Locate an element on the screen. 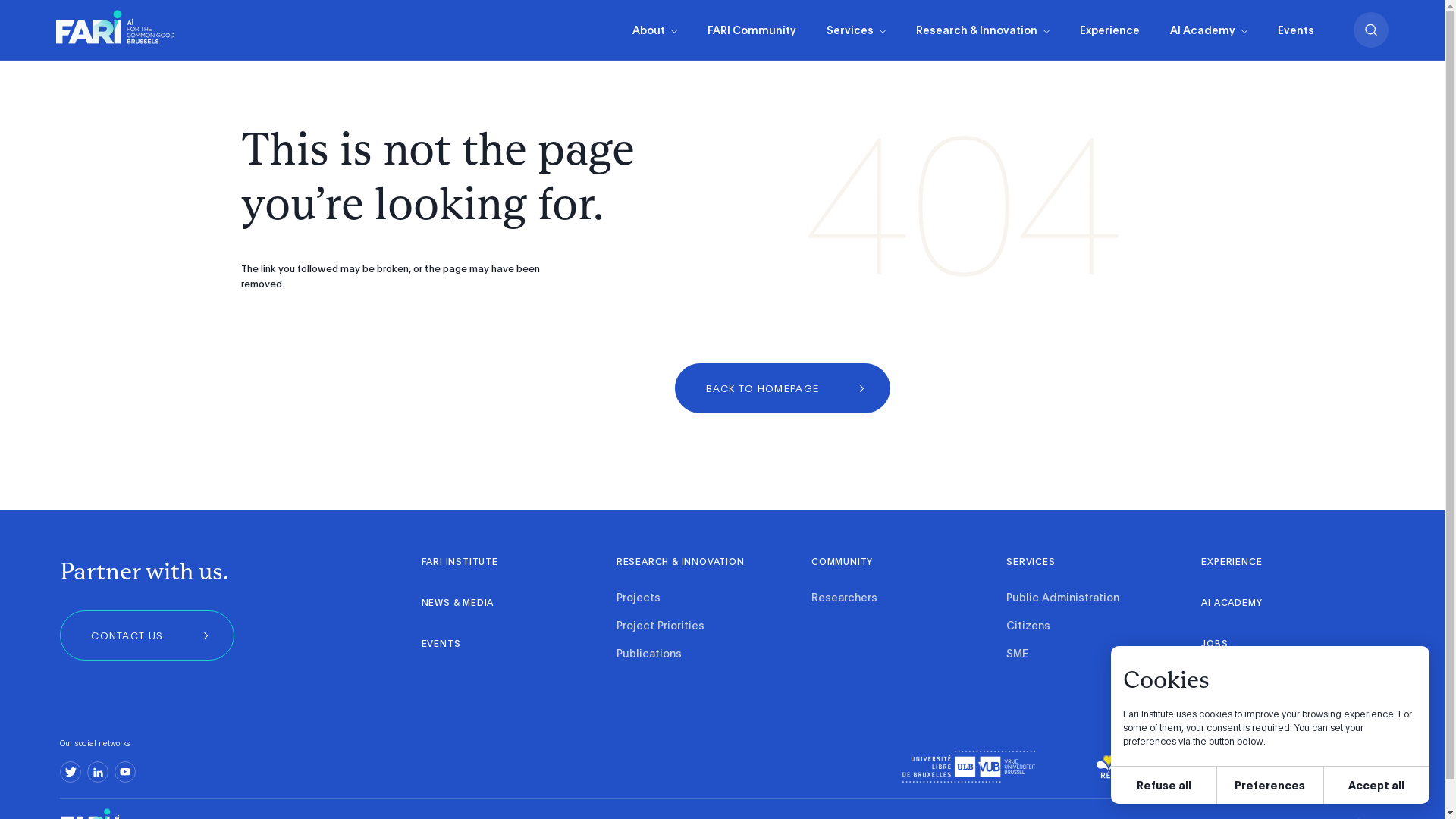 The image size is (1456, 819). 'Services' is located at coordinates (855, 30).